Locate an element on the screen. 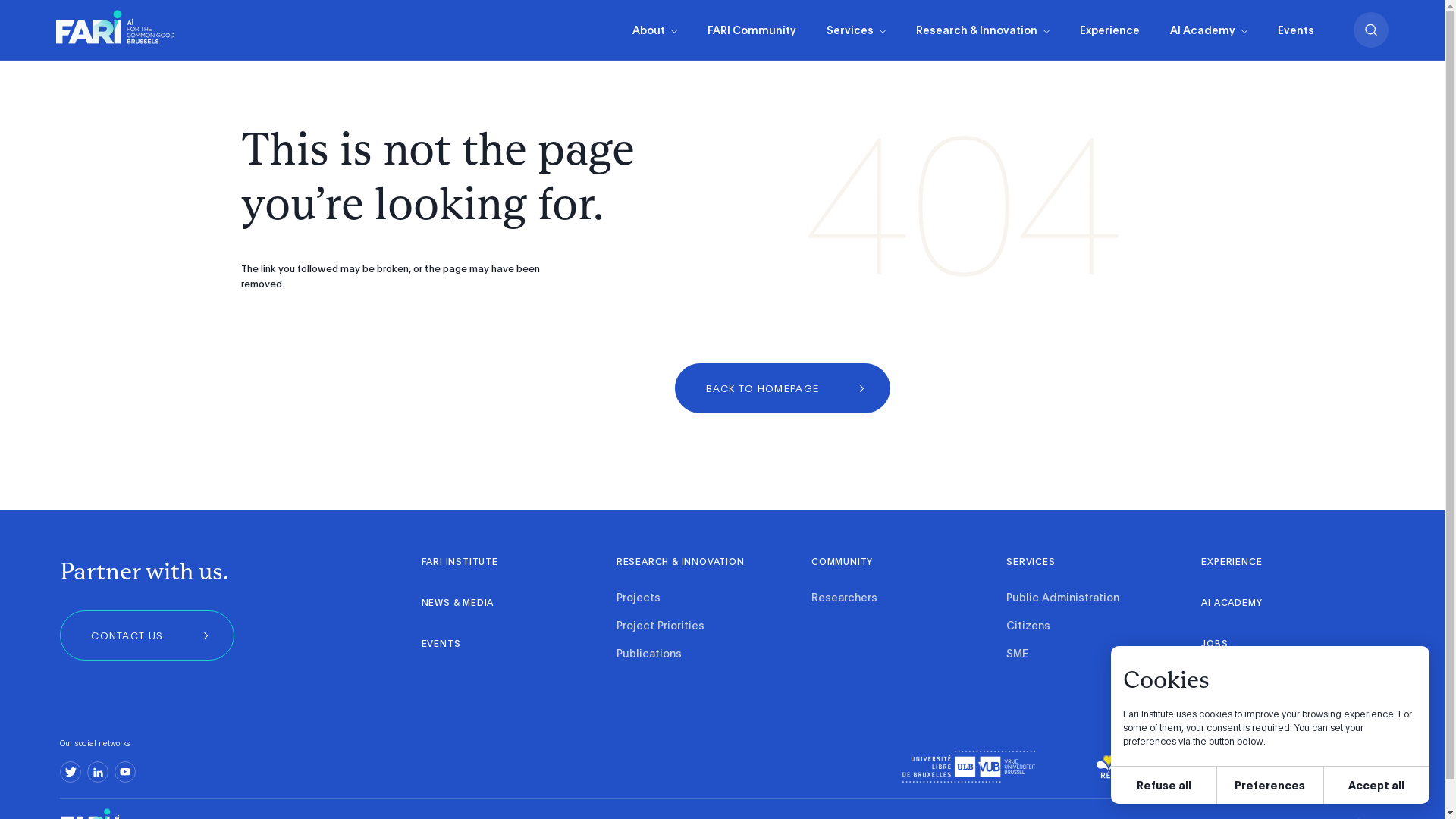 The image size is (1456, 819). 'Services' is located at coordinates (855, 30).